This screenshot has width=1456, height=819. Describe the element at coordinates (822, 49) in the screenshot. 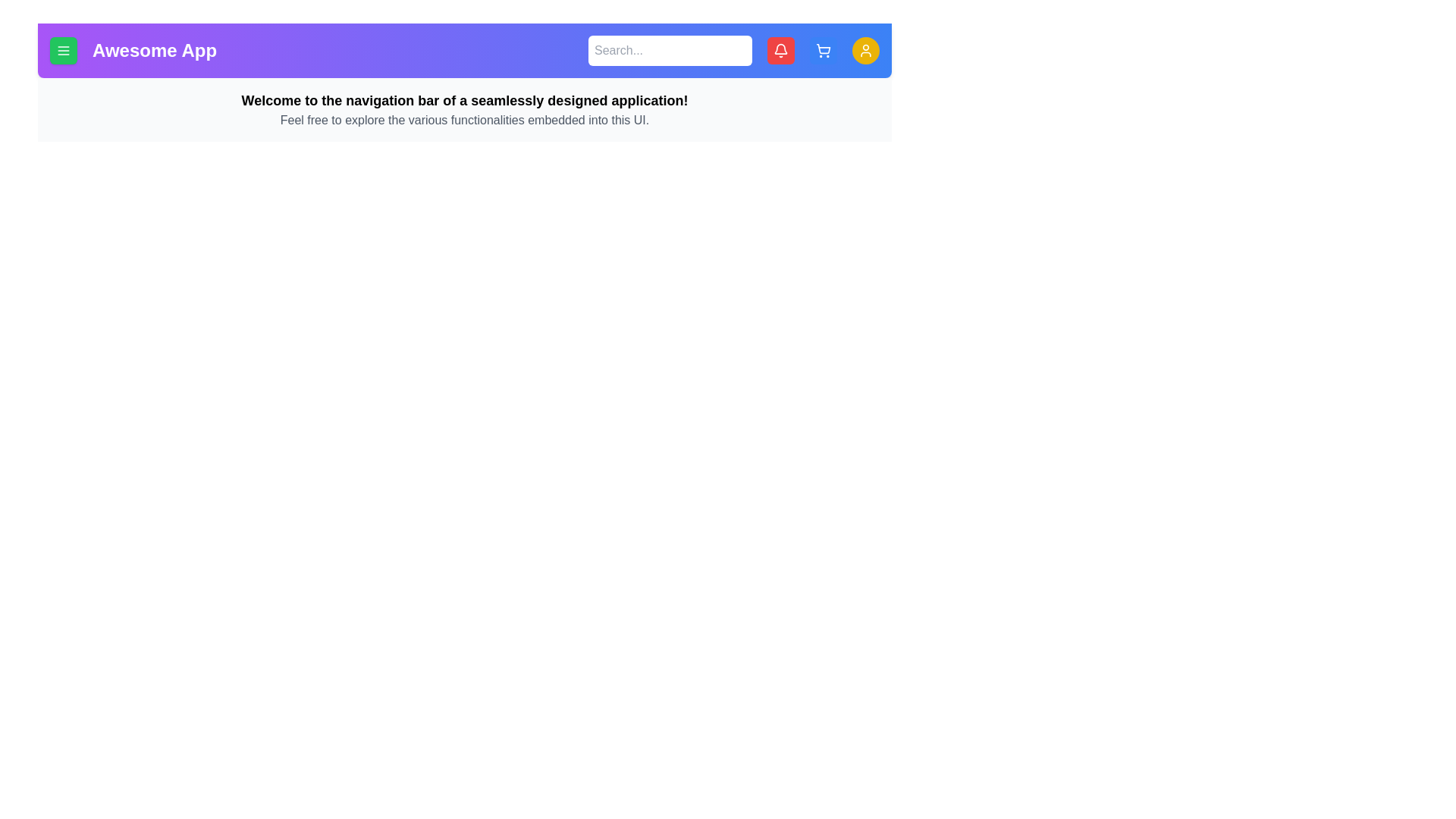

I see `the button with cart to view its hover effect` at that location.